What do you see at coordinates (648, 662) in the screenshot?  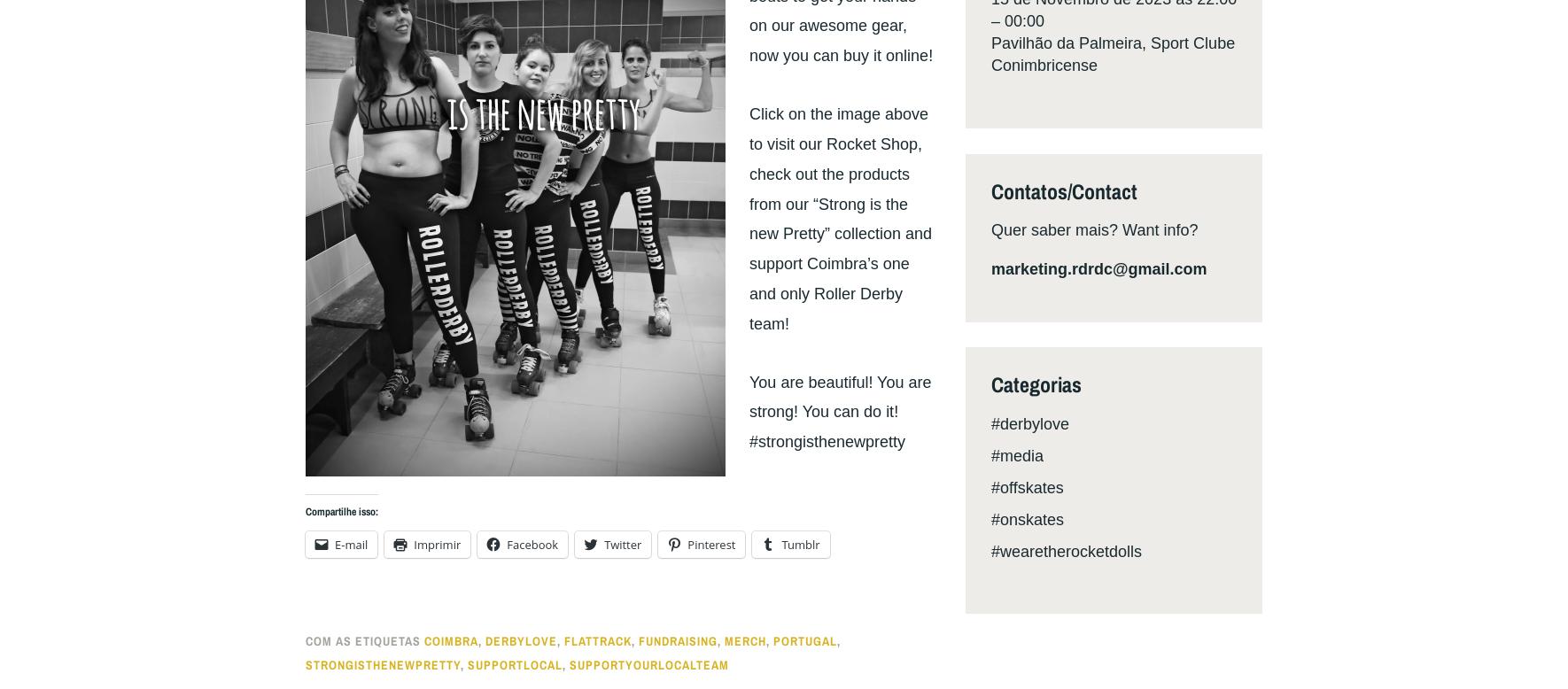 I see `'supportyourlocalteam'` at bounding box center [648, 662].